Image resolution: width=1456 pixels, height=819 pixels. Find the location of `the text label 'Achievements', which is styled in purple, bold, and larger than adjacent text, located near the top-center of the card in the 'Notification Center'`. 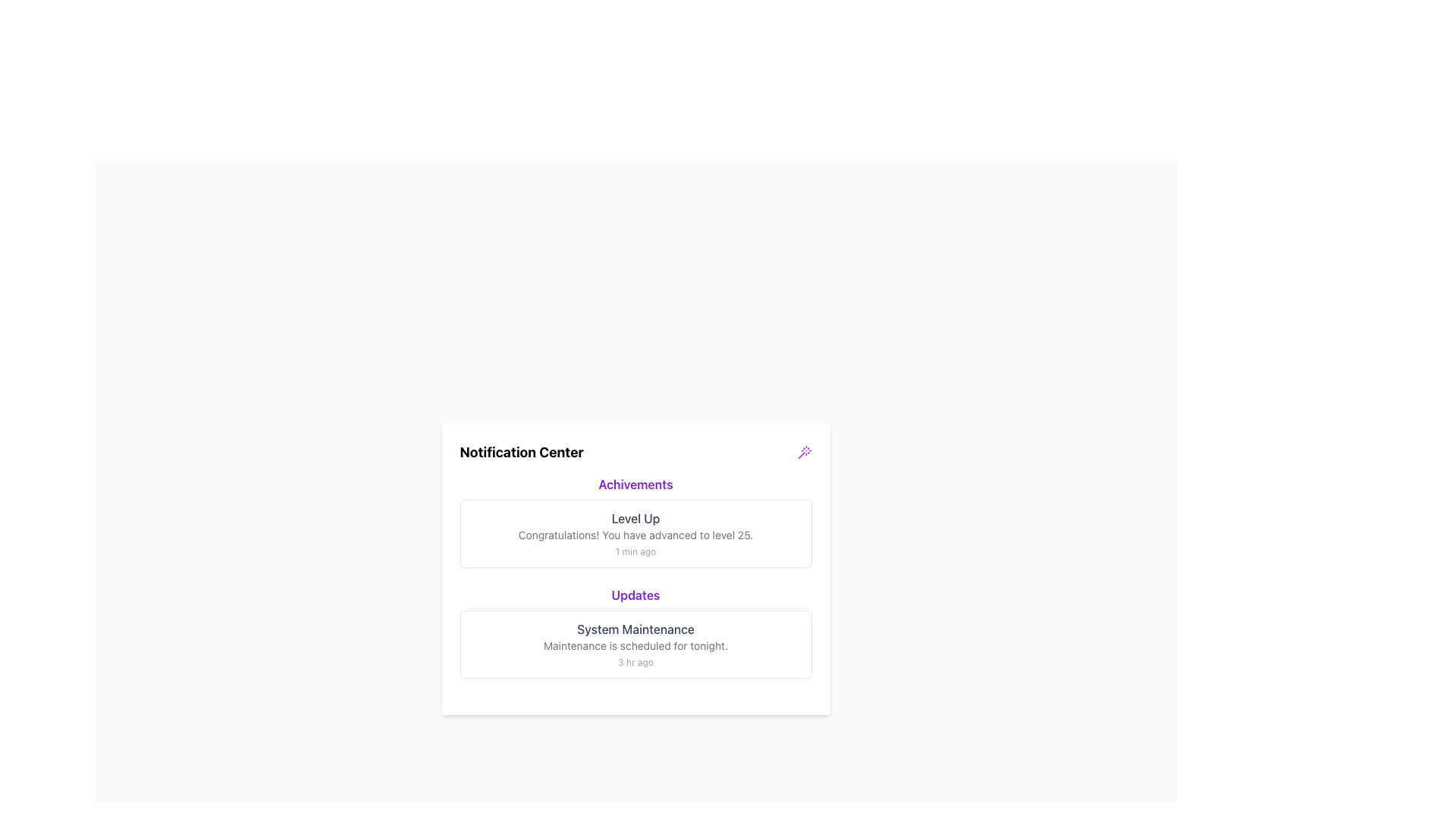

the text label 'Achievements', which is styled in purple, bold, and larger than adjacent text, located near the top-center of the card in the 'Notification Center' is located at coordinates (635, 485).